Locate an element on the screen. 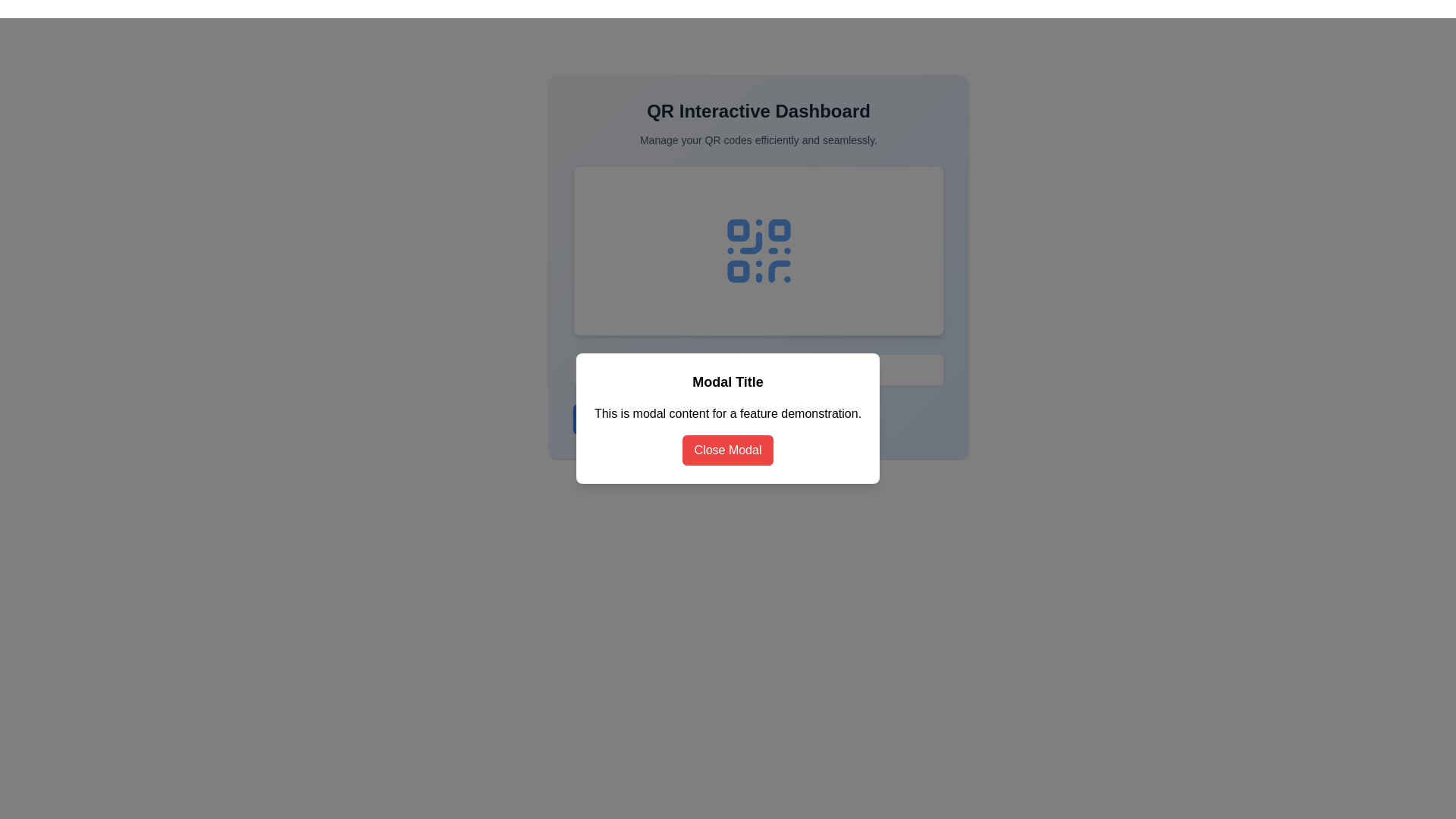 Image resolution: width=1456 pixels, height=819 pixels. the second square with rounded corners in the QR-like graphic at the top-center of the modal dialog is located at coordinates (779, 230).